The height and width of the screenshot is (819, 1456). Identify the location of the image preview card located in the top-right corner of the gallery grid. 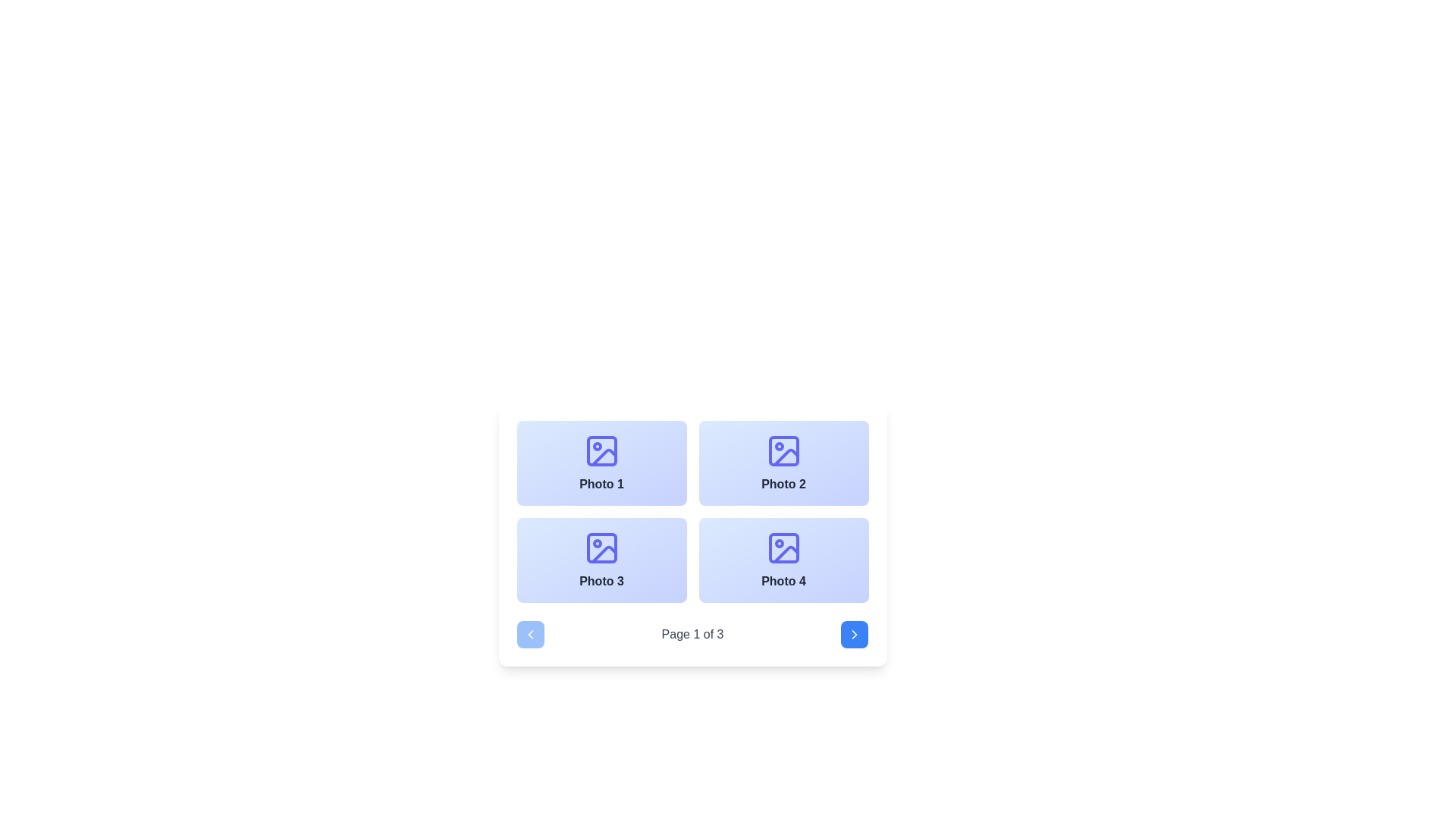
(783, 462).